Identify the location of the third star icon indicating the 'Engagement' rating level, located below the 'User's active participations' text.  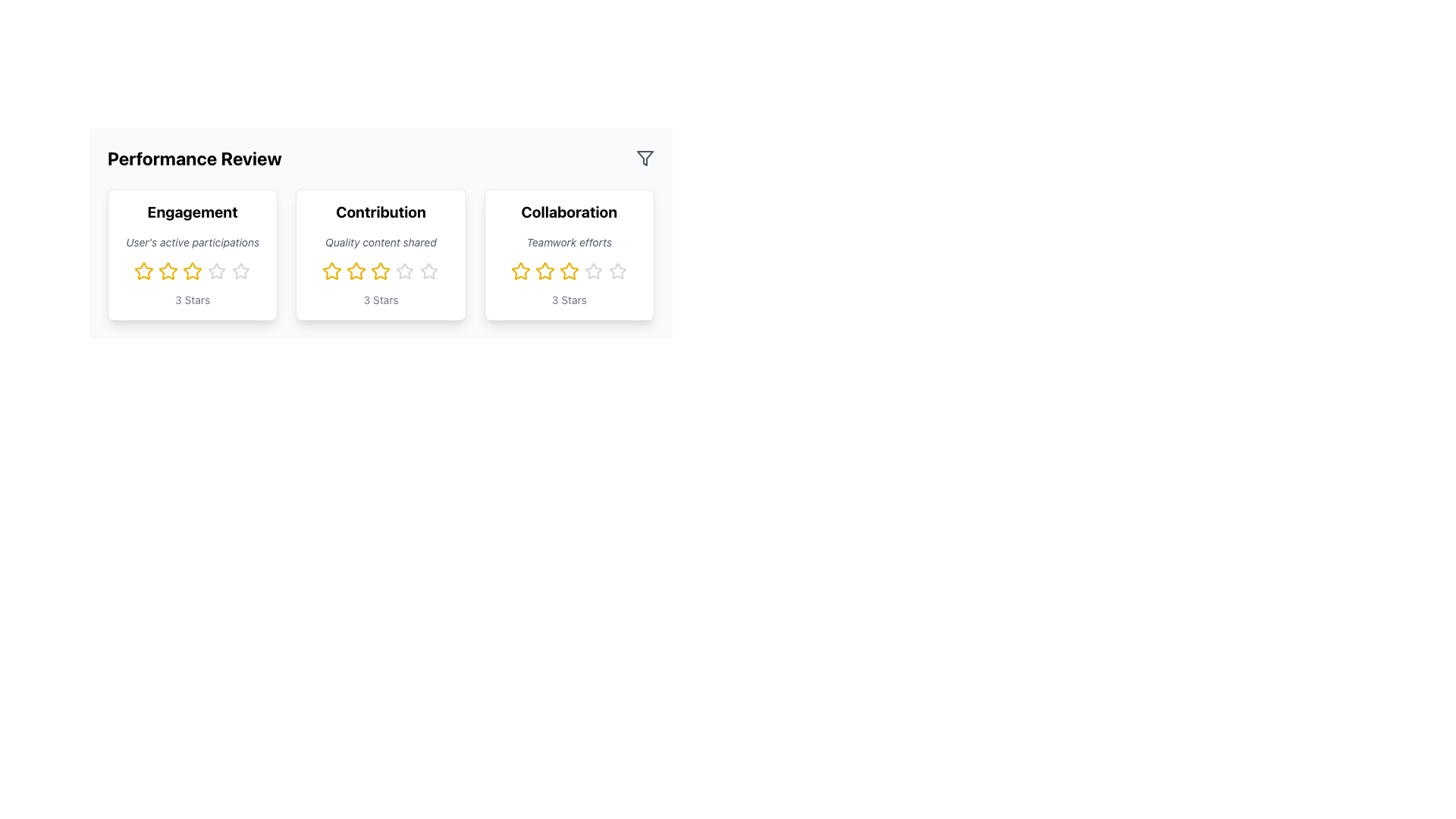
(192, 271).